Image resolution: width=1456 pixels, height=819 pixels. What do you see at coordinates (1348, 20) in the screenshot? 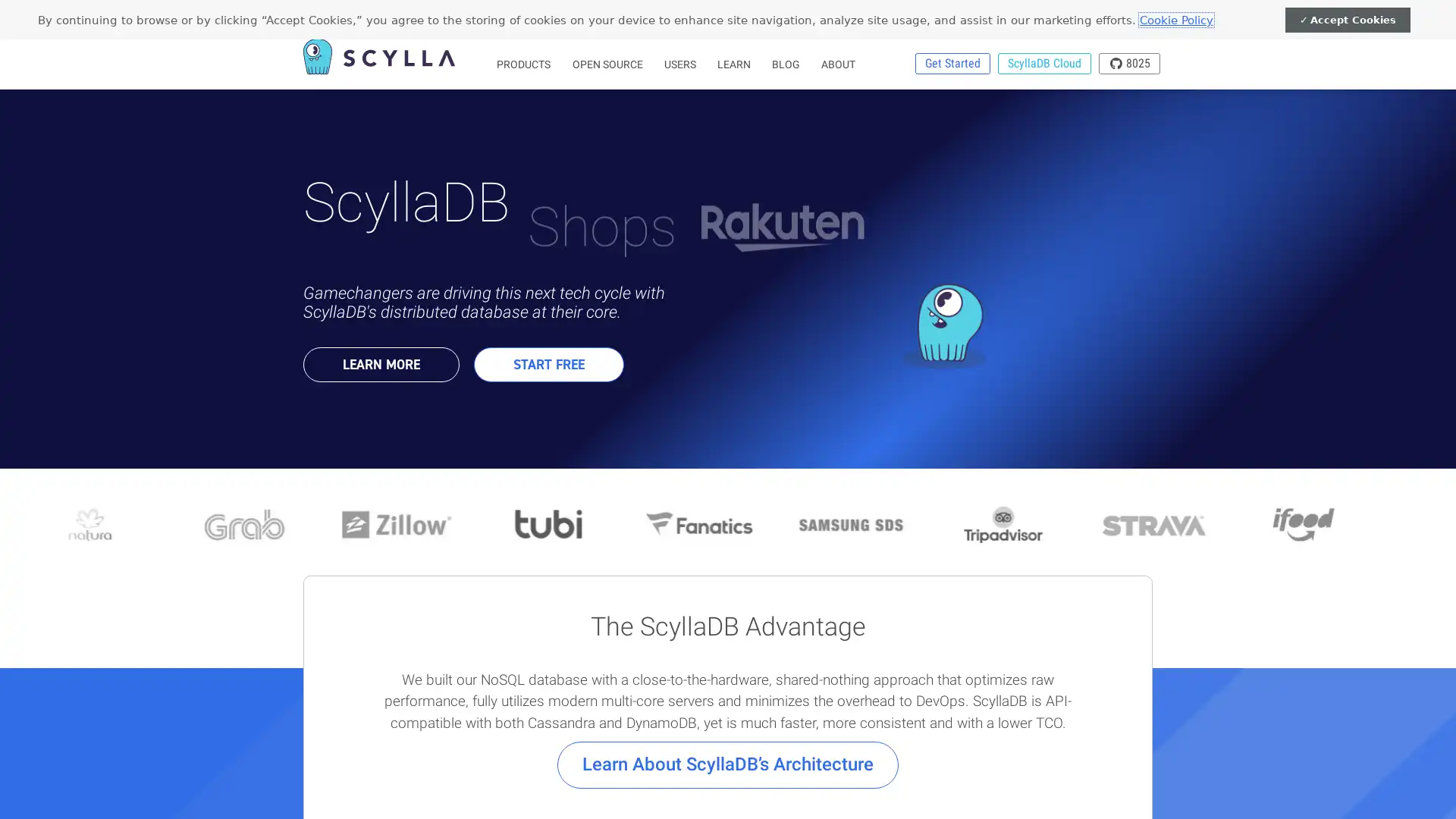
I see `Accept Cookies` at bounding box center [1348, 20].